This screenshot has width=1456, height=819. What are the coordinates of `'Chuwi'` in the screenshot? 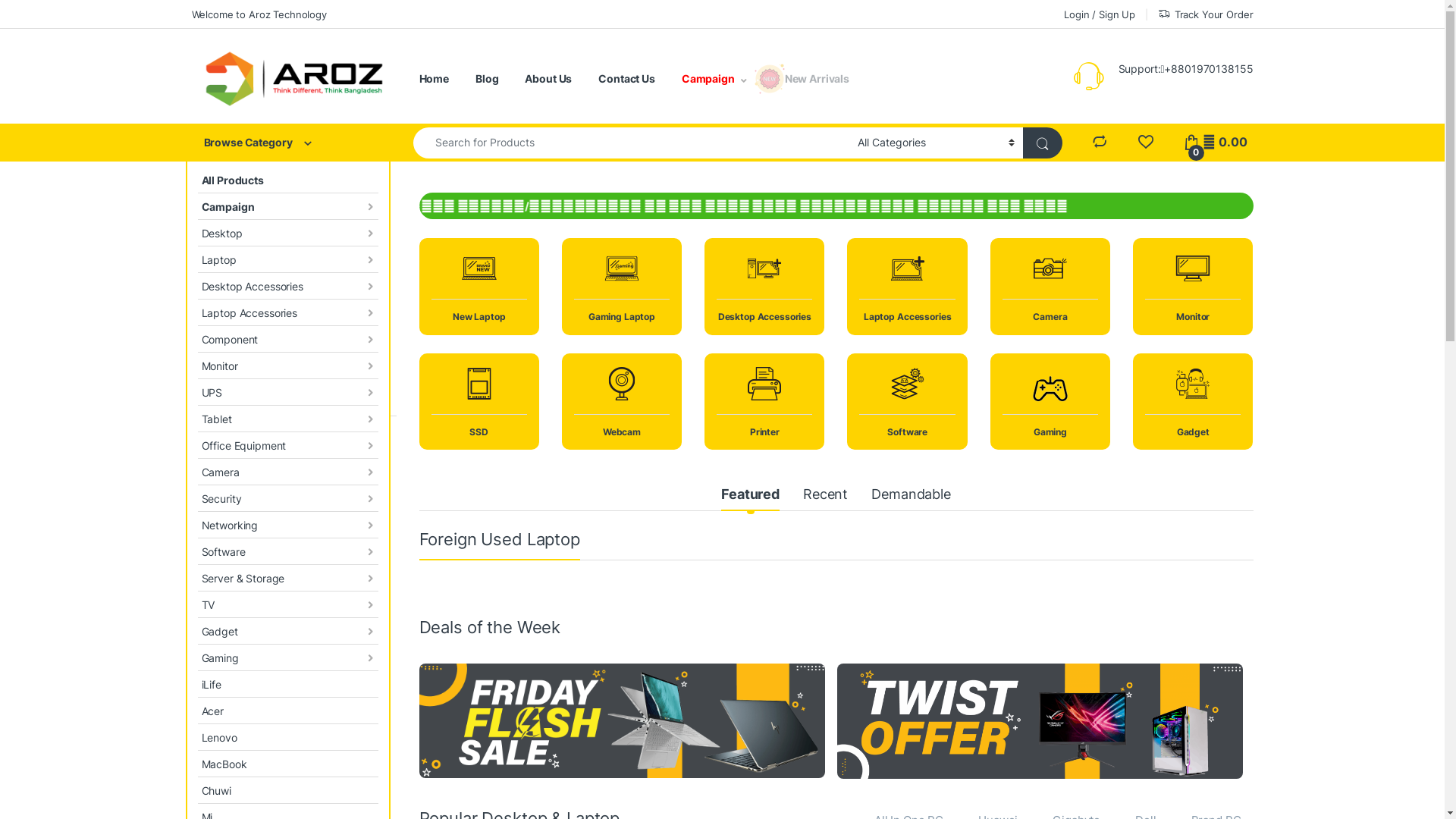 It's located at (287, 789).